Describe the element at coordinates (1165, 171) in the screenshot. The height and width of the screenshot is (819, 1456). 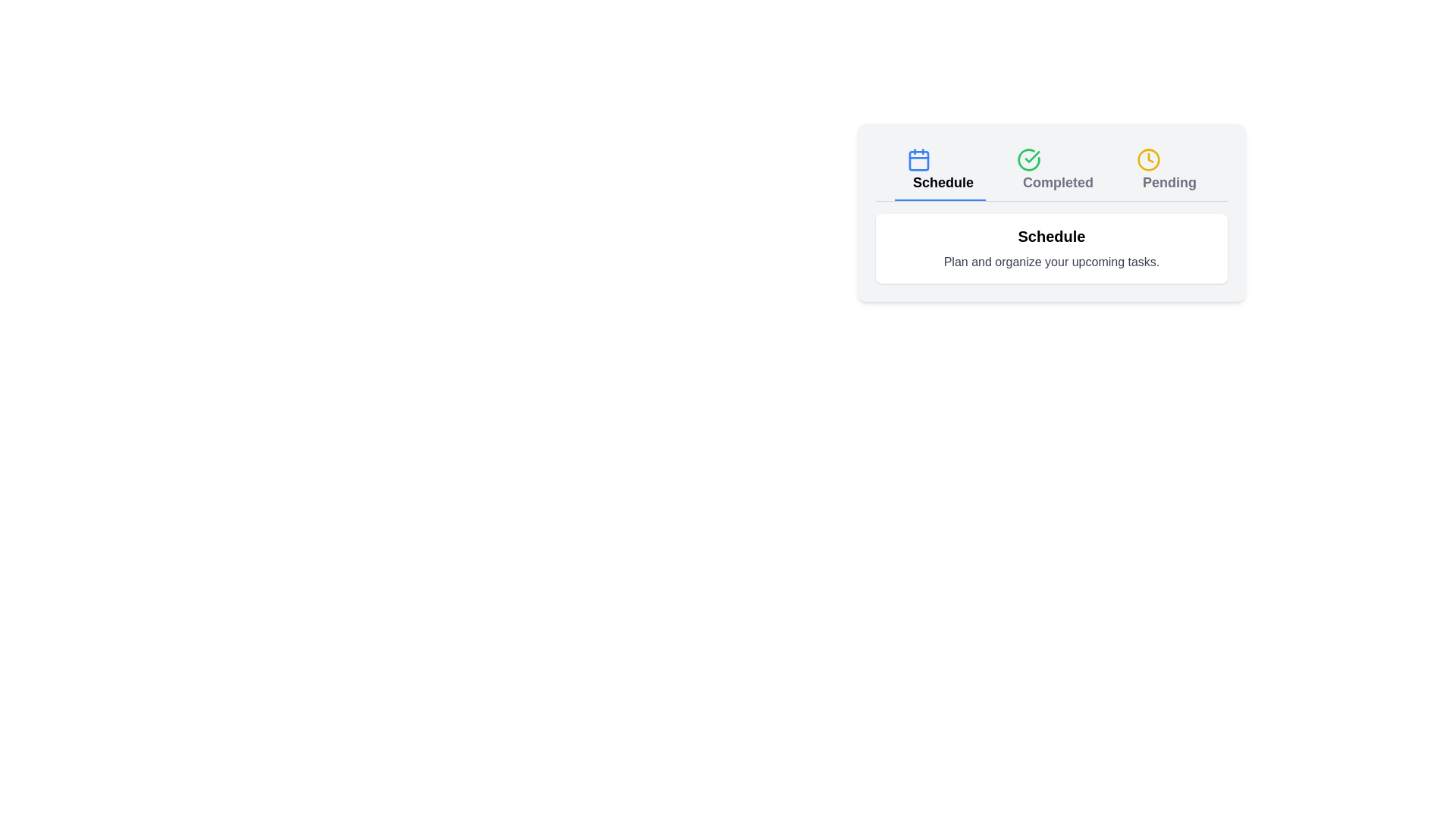
I see `the Pending tab to view its content` at that location.